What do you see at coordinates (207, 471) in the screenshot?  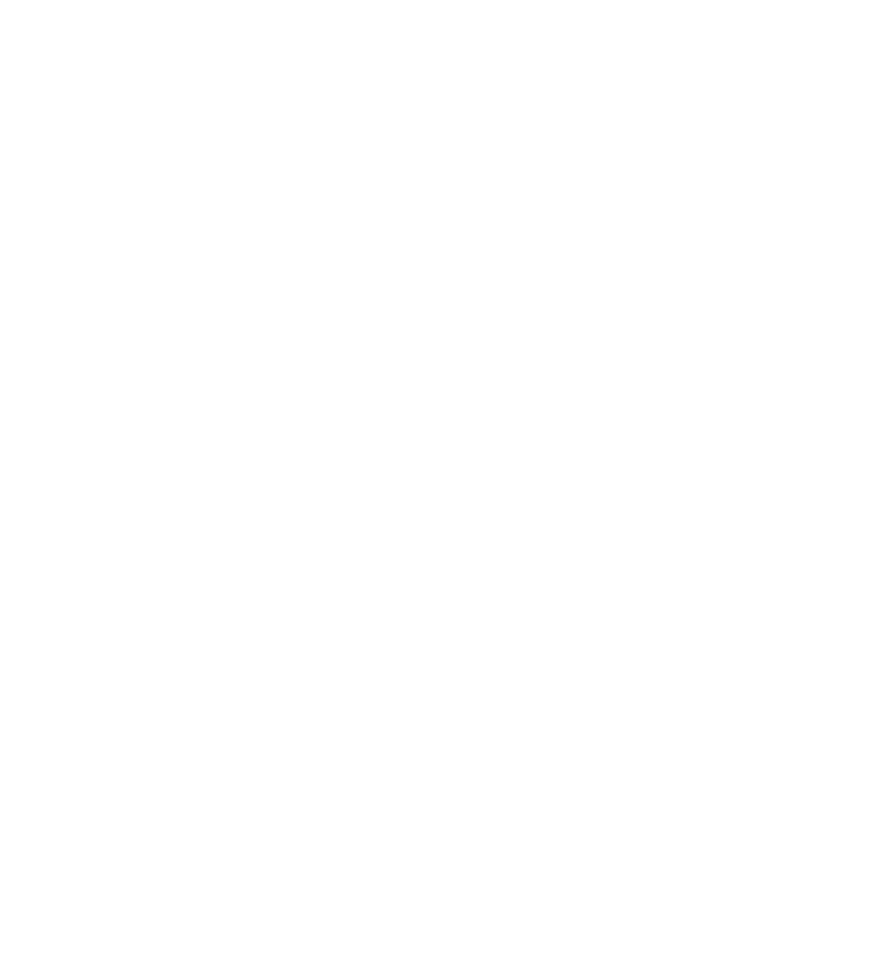 I see `'Moises Voice Studio Debuts'` at bounding box center [207, 471].